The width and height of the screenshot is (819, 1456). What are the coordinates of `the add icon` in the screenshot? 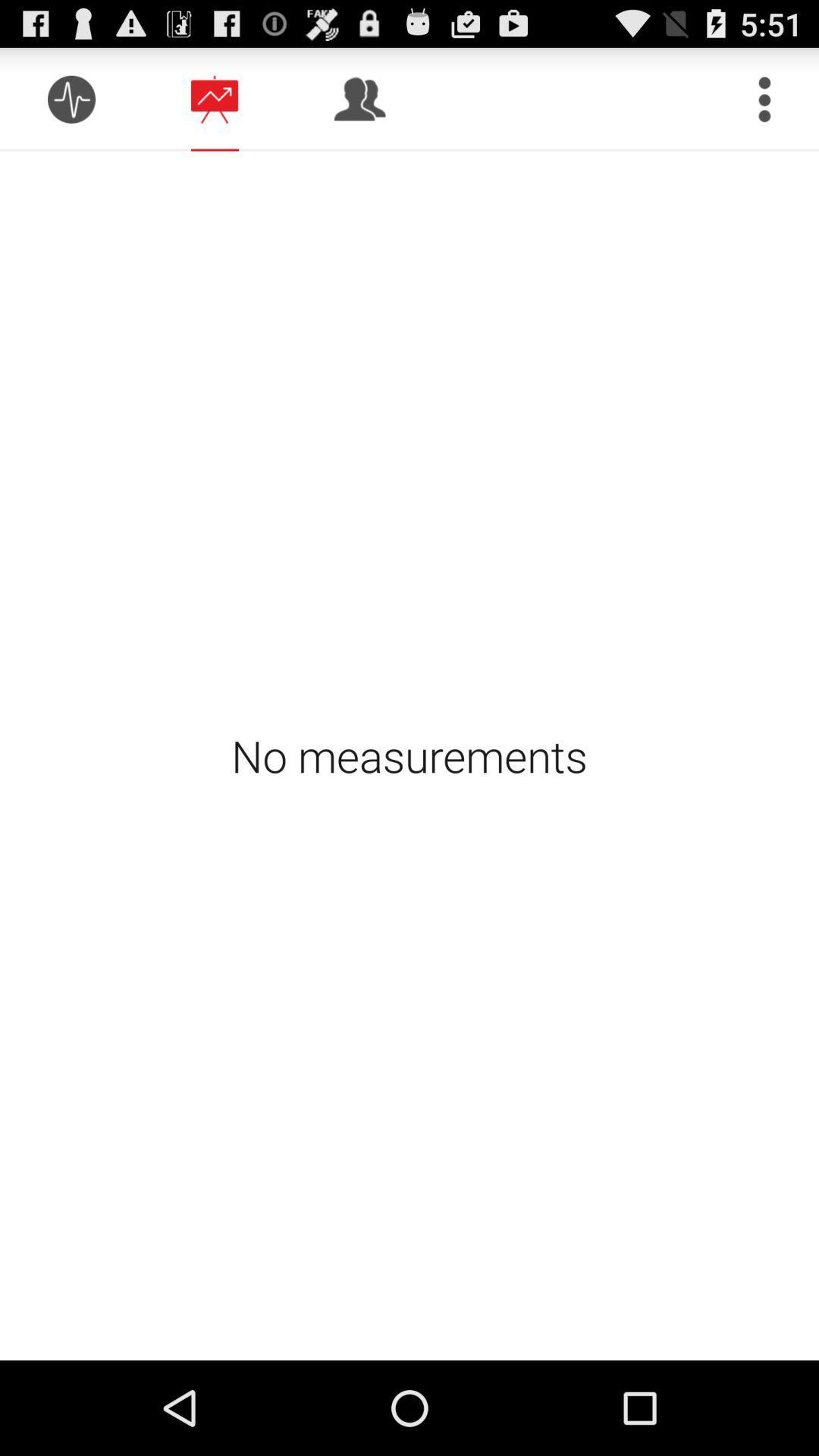 It's located at (71, 105).